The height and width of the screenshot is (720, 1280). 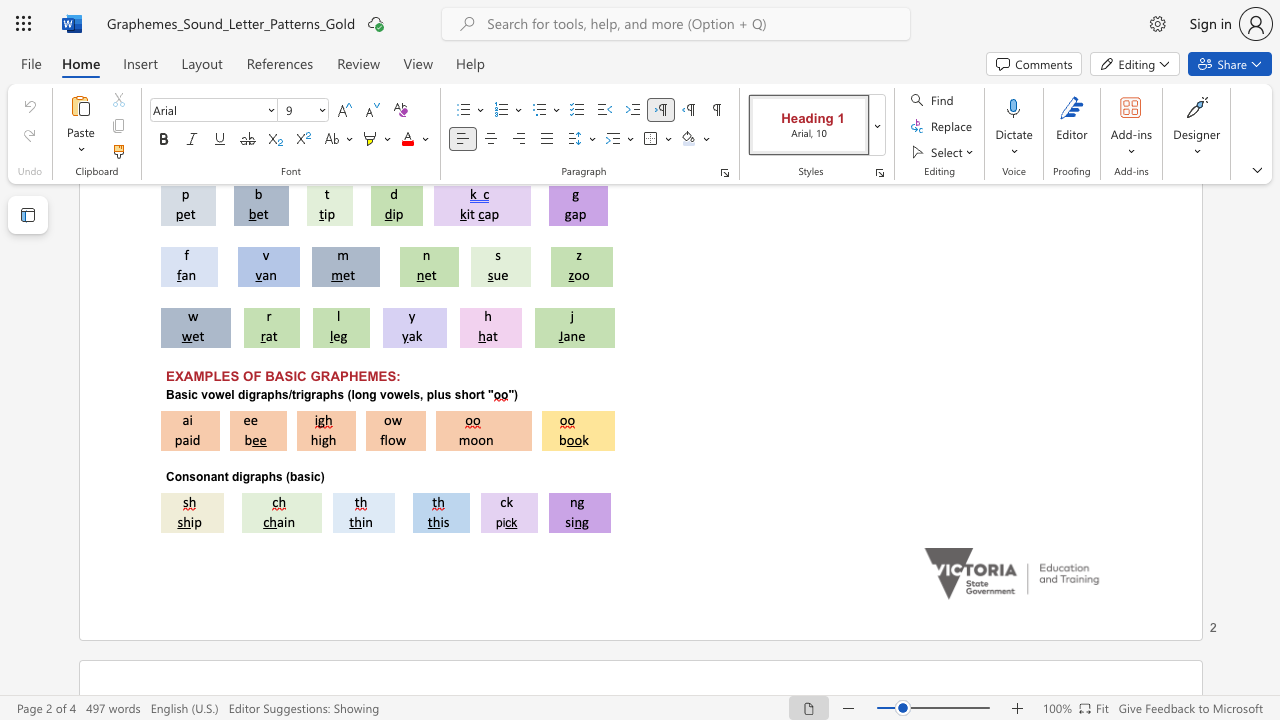 I want to click on the subset text "onsonant" within the text "Consonant digraphs (basic)", so click(x=174, y=477).